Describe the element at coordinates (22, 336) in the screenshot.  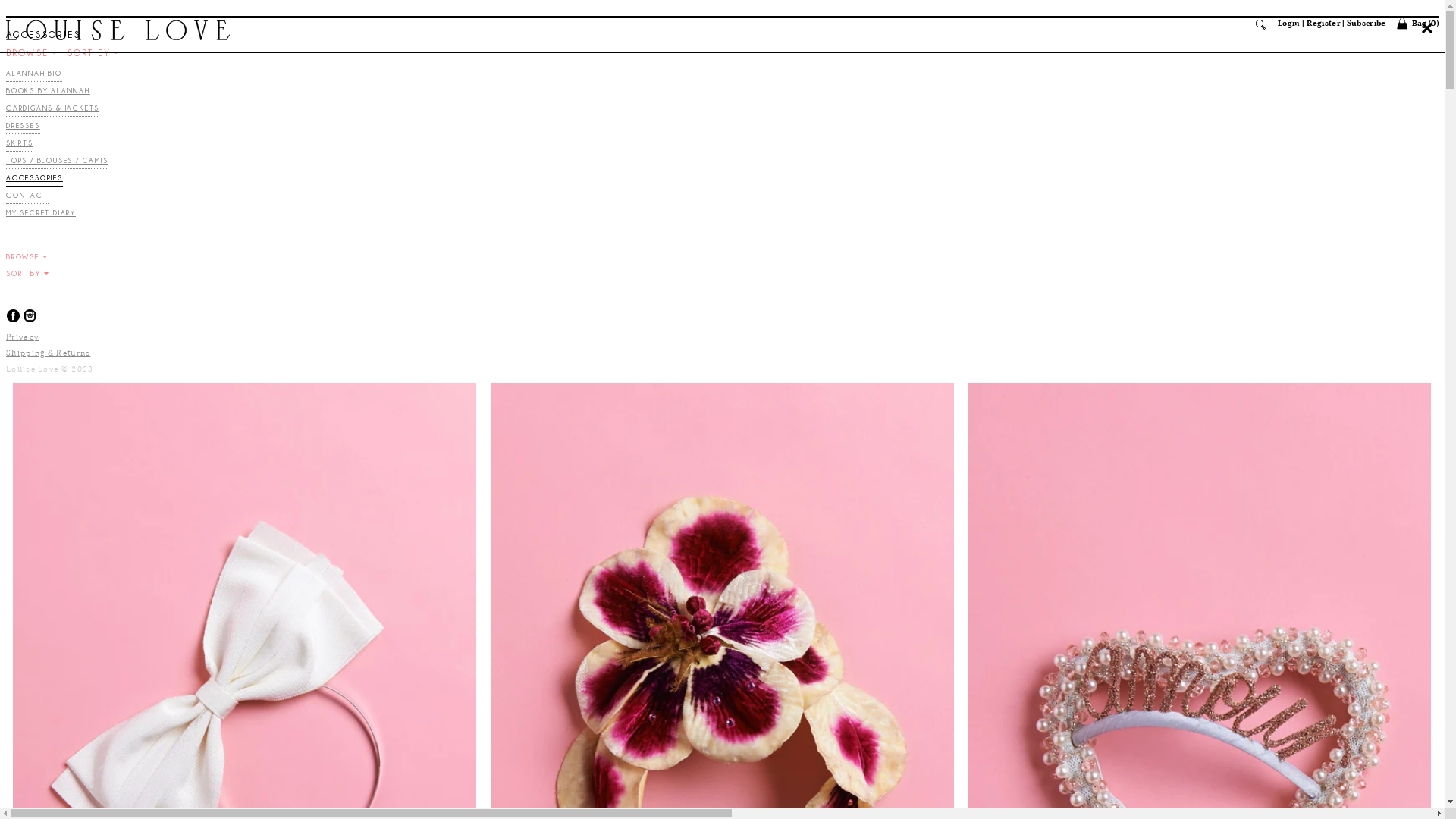
I see `'Privacy'` at that location.